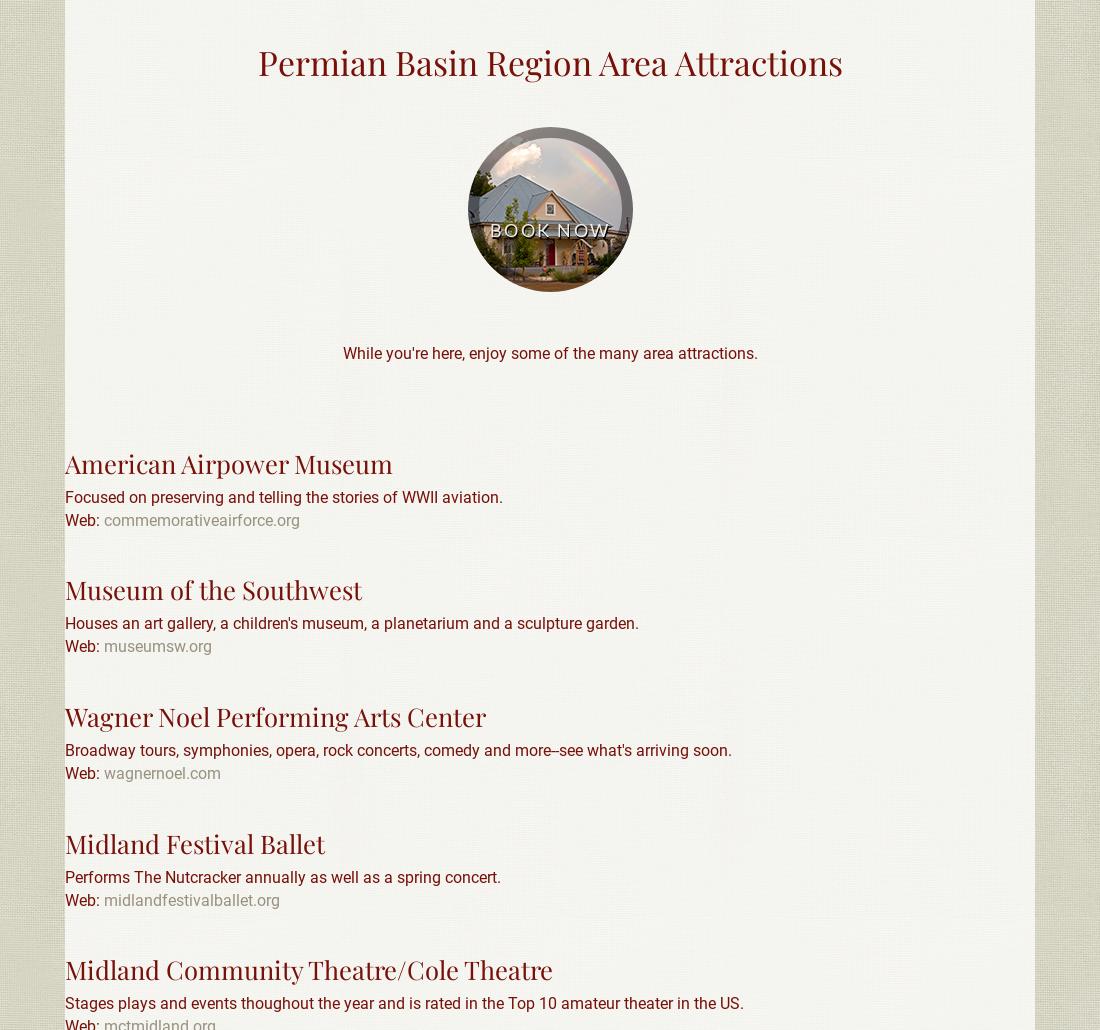 The image size is (1100, 1030). Describe the element at coordinates (398, 750) in the screenshot. I see `'Broadway tours, symphonies, opera, rock concerts, comedy and more--see what's arriving soon.'` at that location.